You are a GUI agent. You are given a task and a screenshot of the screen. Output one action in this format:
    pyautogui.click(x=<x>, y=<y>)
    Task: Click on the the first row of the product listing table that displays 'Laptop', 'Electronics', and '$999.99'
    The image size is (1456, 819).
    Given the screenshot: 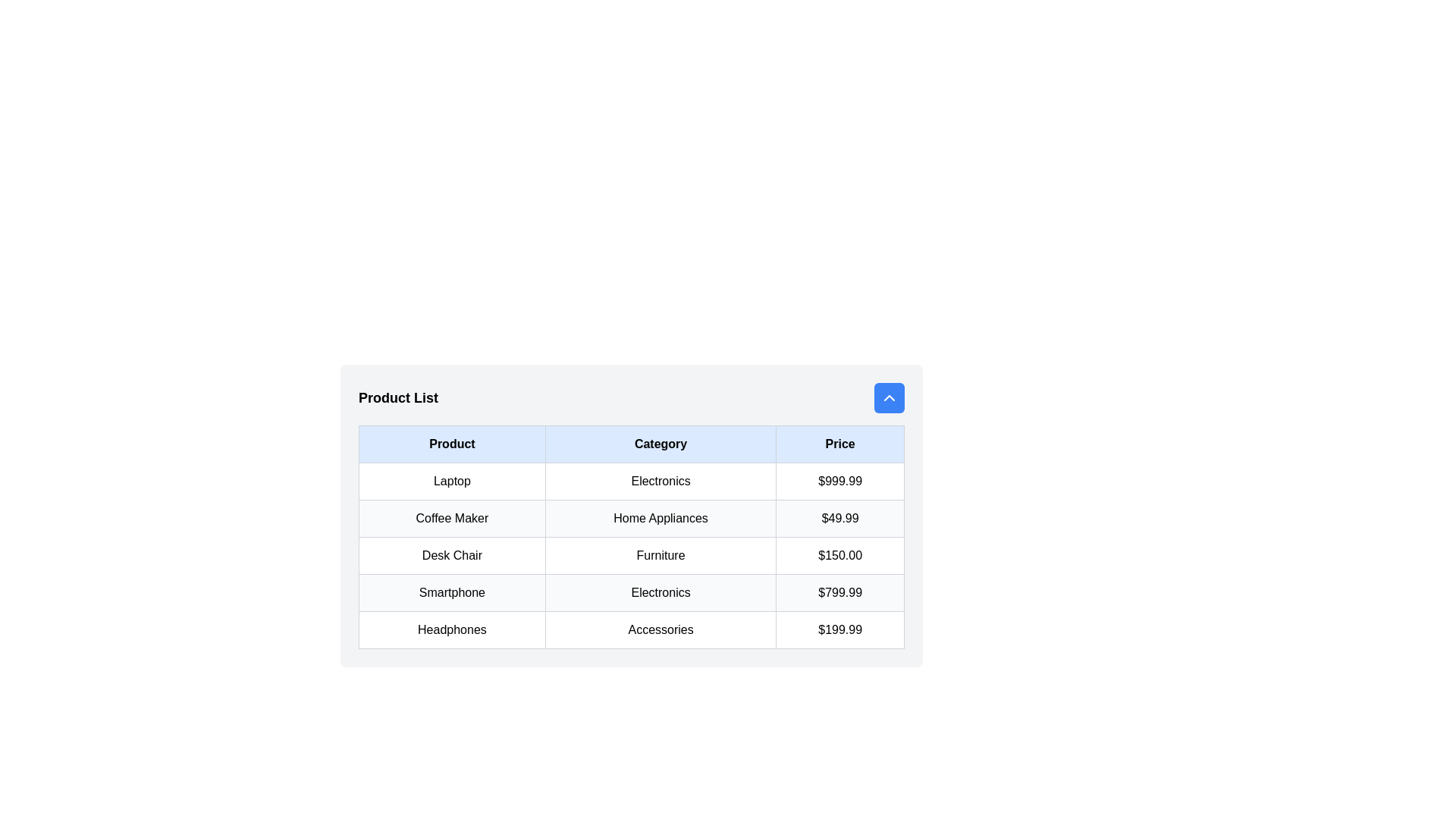 What is the action you would take?
    pyautogui.click(x=632, y=482)
    